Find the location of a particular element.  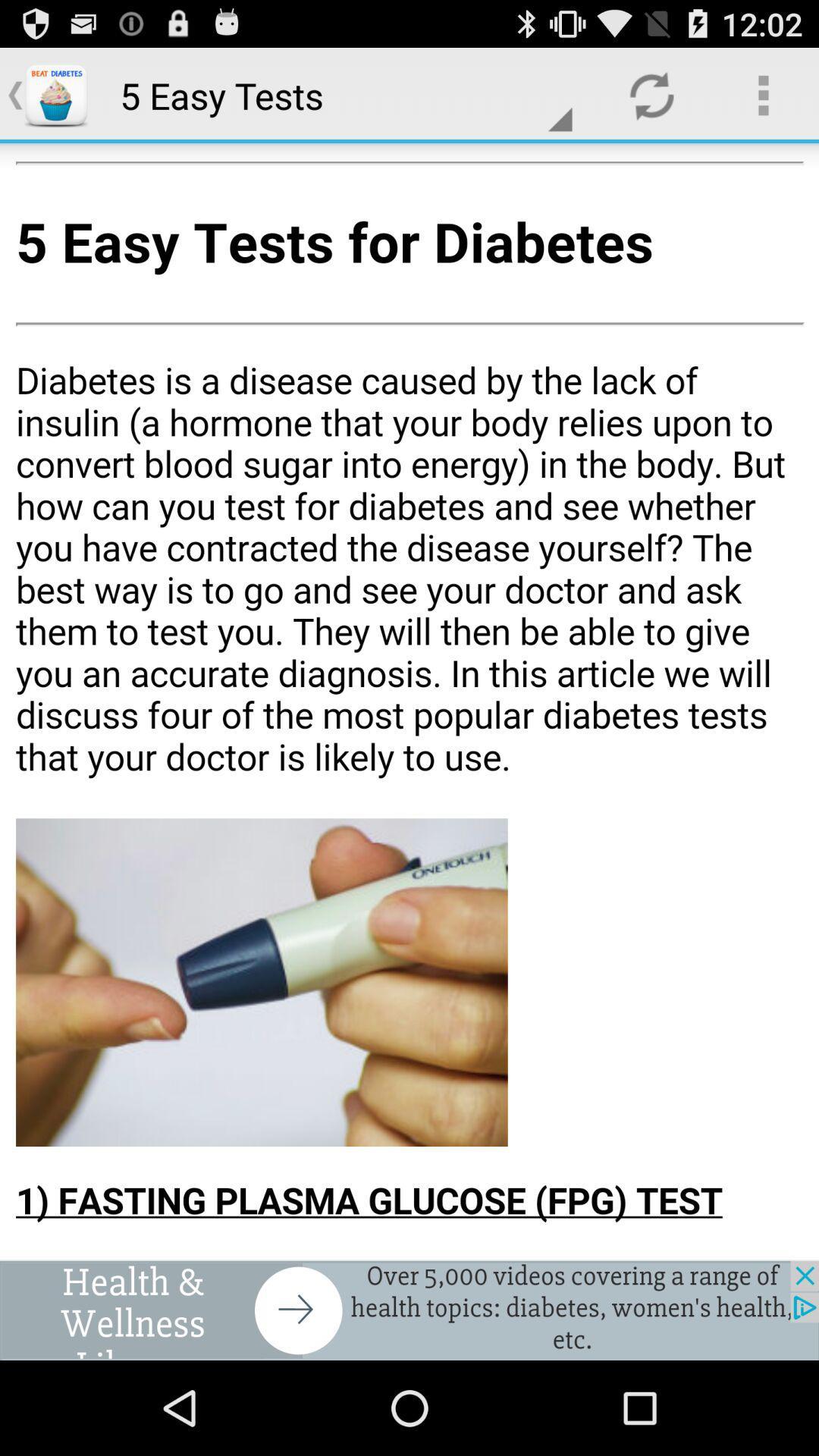

advertisement banner is located at coordinates (409, 1310).